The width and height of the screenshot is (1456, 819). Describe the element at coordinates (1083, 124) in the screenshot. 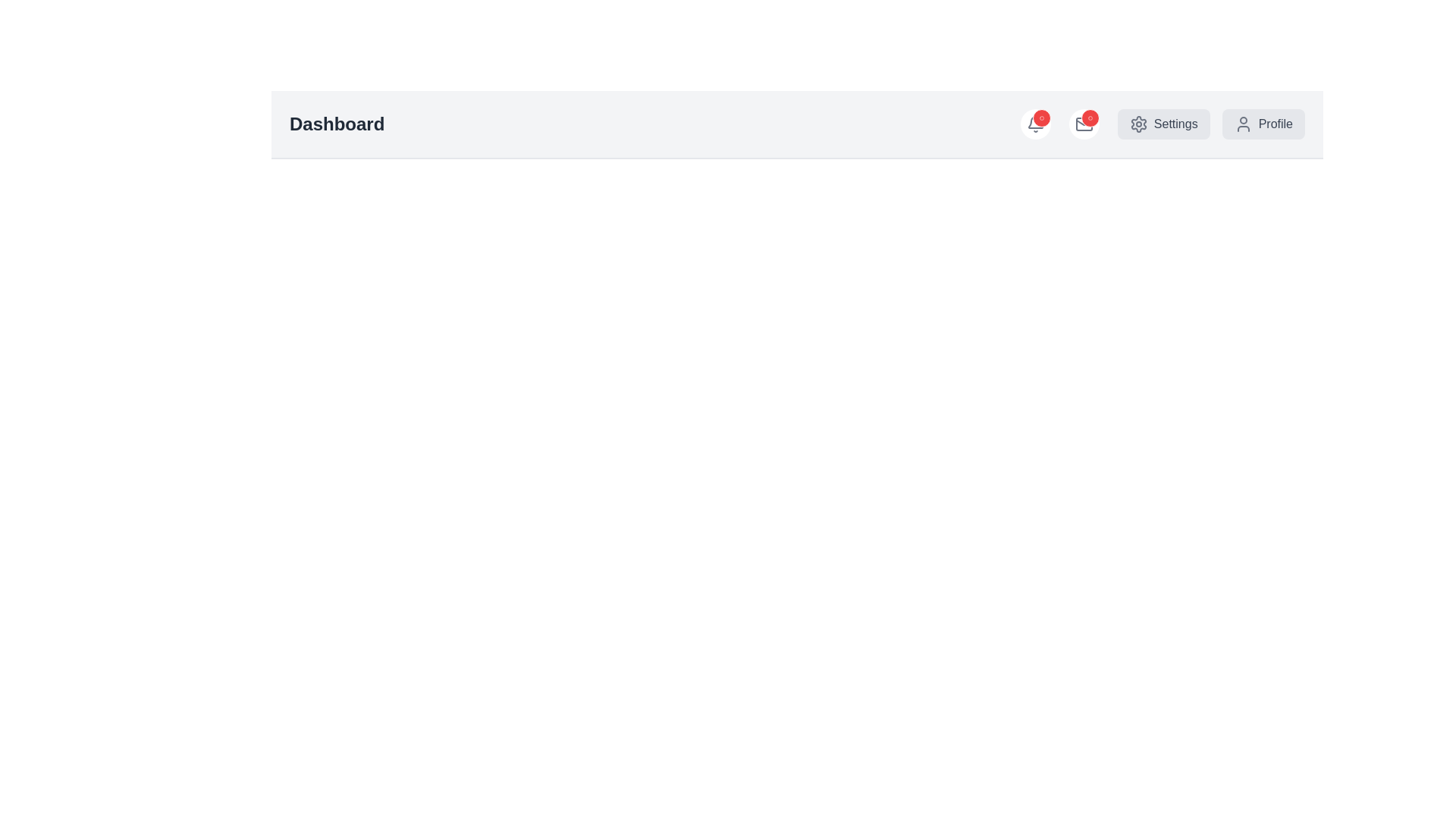

I see `the minimalist gray outlined envelope icon with a badge showing '2' in red, located in the top-right of the interface` at that location.